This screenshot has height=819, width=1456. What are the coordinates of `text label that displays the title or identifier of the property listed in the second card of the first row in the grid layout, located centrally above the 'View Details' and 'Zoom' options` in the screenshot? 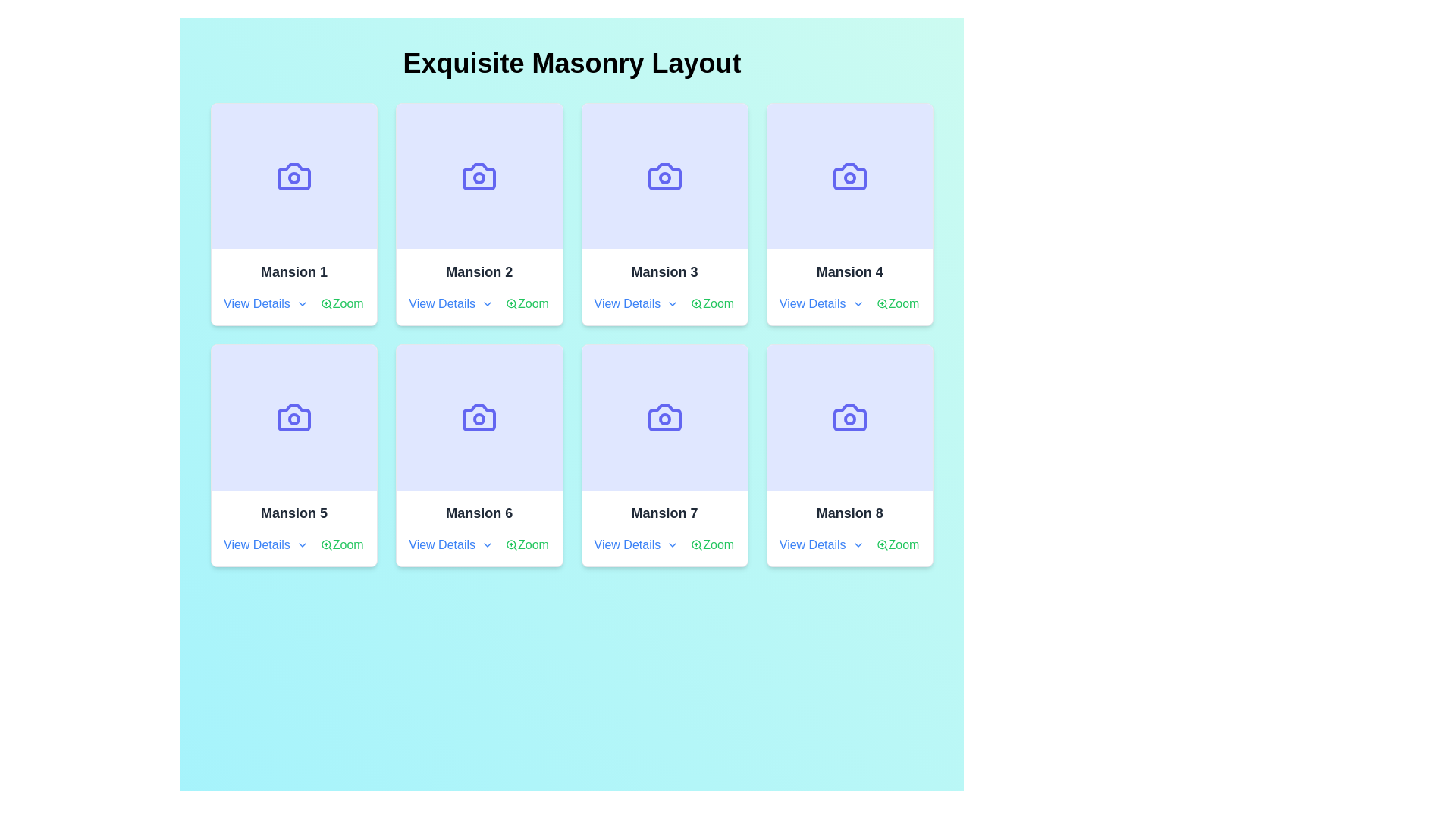 It's located at (479, 271).